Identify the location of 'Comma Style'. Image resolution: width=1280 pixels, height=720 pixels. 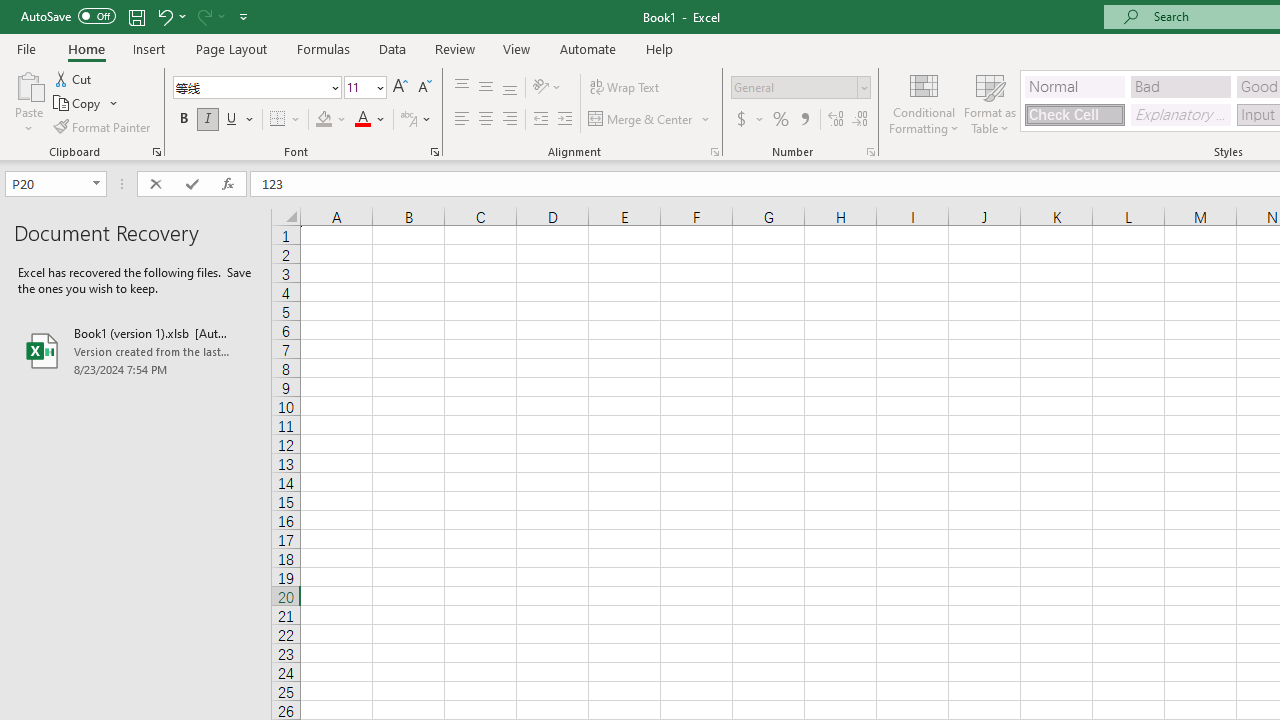
(805, 119).